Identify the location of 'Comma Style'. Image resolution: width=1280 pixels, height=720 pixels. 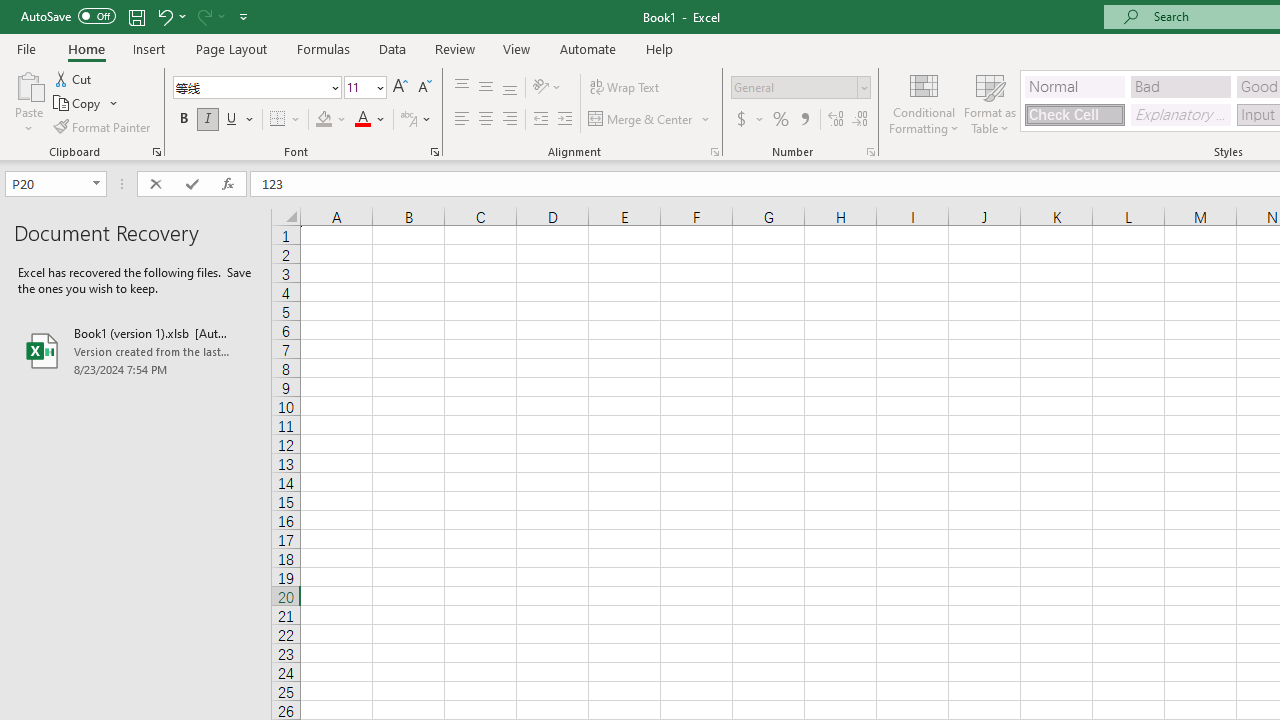
(805, 119).